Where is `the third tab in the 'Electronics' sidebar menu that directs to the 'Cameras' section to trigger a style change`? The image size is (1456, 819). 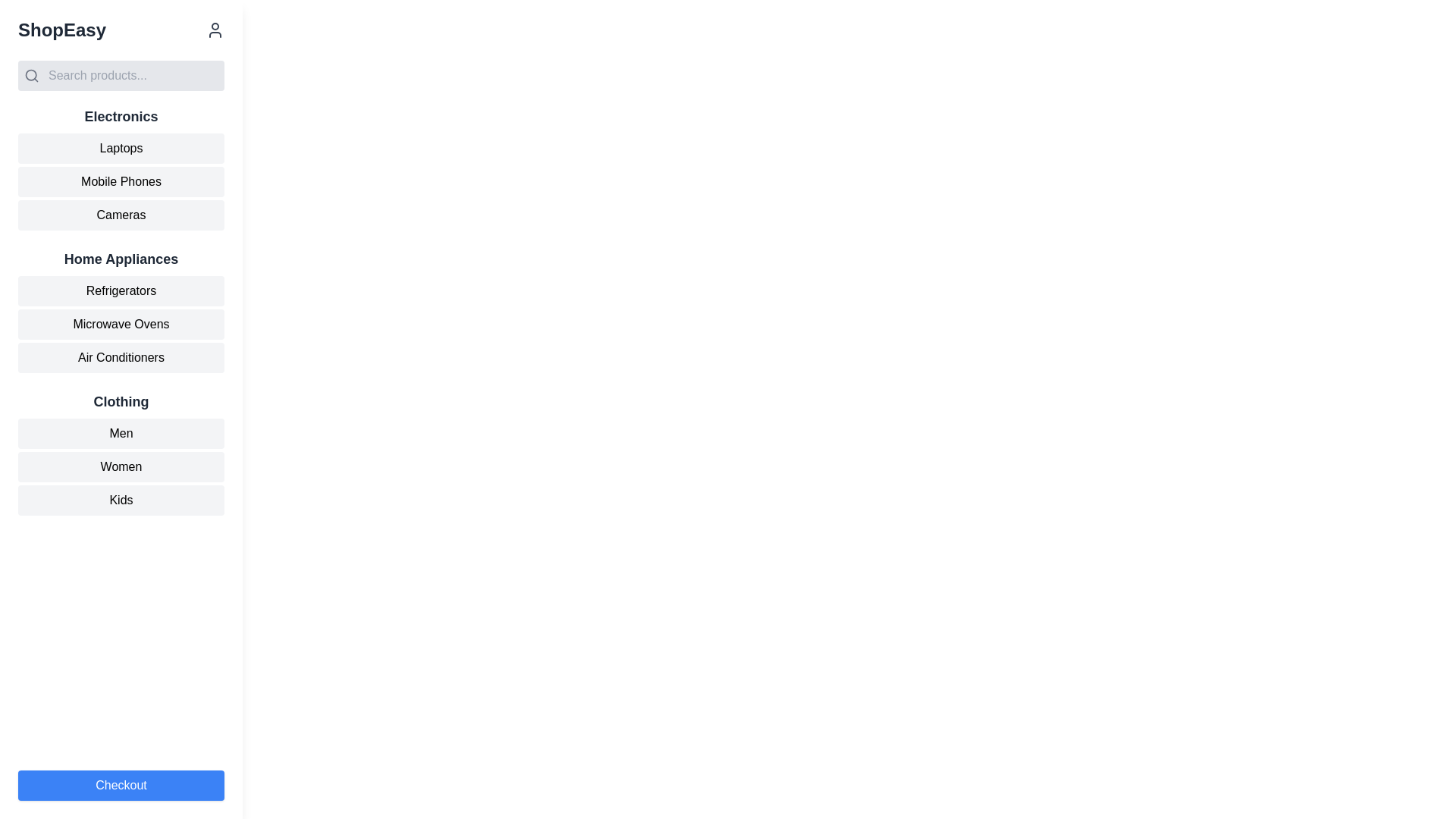 the third tab in the 'Electronics' sidebar menu that directs to the 'Cameras' section to trigger a style change is located at coordinates (120, 215).